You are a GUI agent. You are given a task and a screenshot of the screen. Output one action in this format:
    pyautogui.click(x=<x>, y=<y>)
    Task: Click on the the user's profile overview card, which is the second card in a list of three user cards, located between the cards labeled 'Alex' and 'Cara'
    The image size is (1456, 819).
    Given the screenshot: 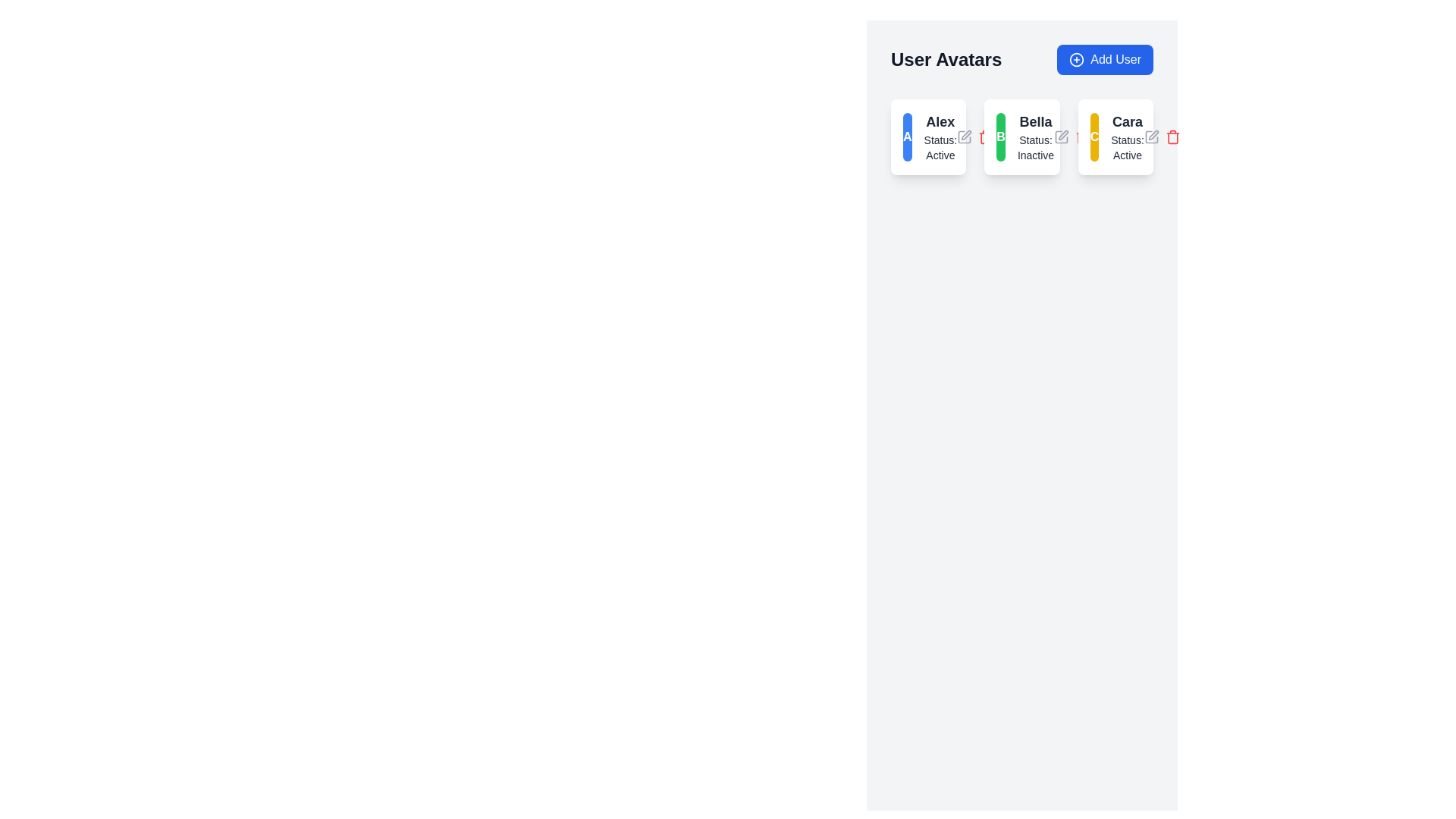 What is the action you would take?
    pyautogui.click(x=1022, y=137)
    